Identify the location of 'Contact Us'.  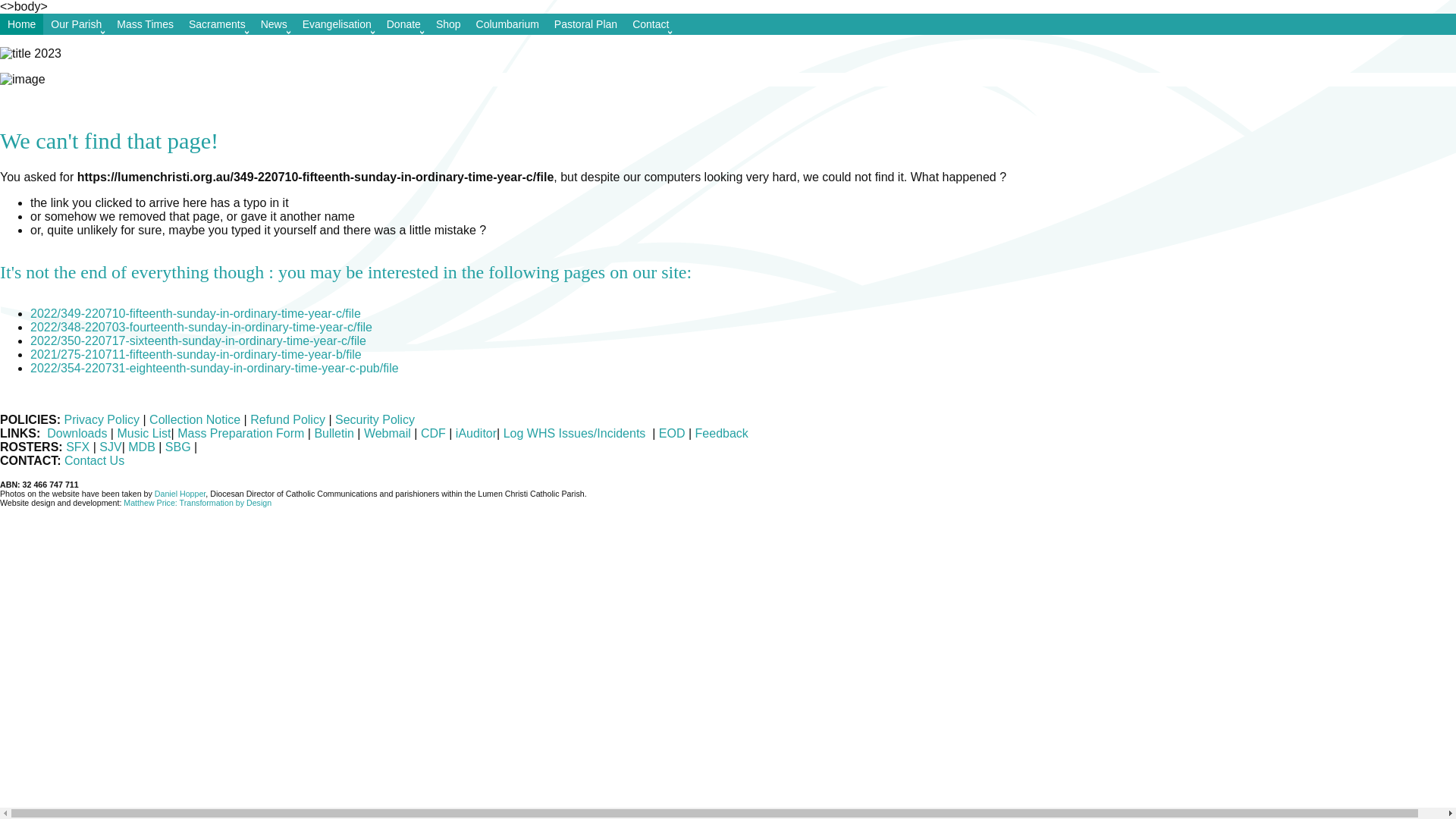
(93, 460).